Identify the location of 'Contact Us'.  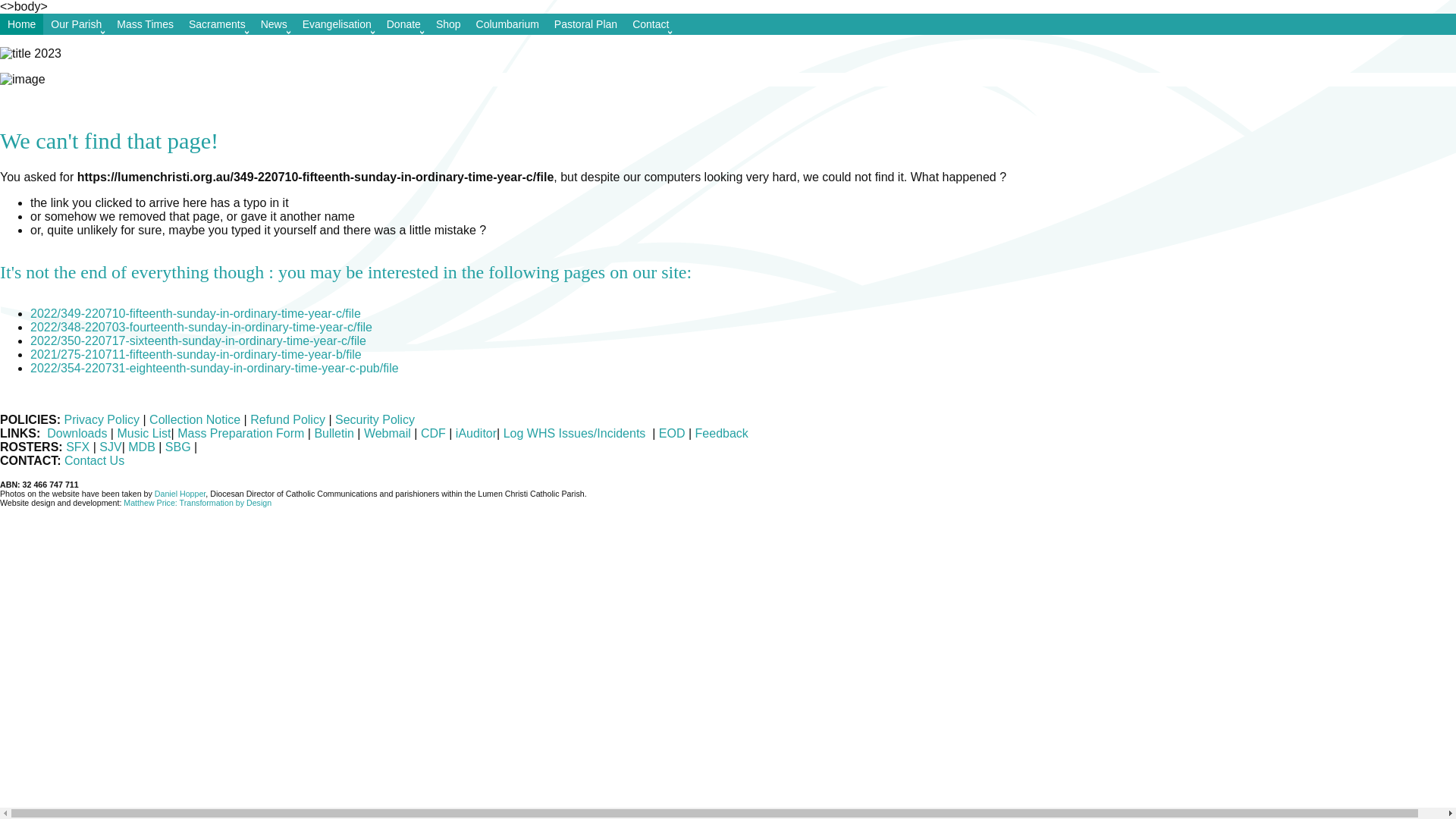
(93, 460).